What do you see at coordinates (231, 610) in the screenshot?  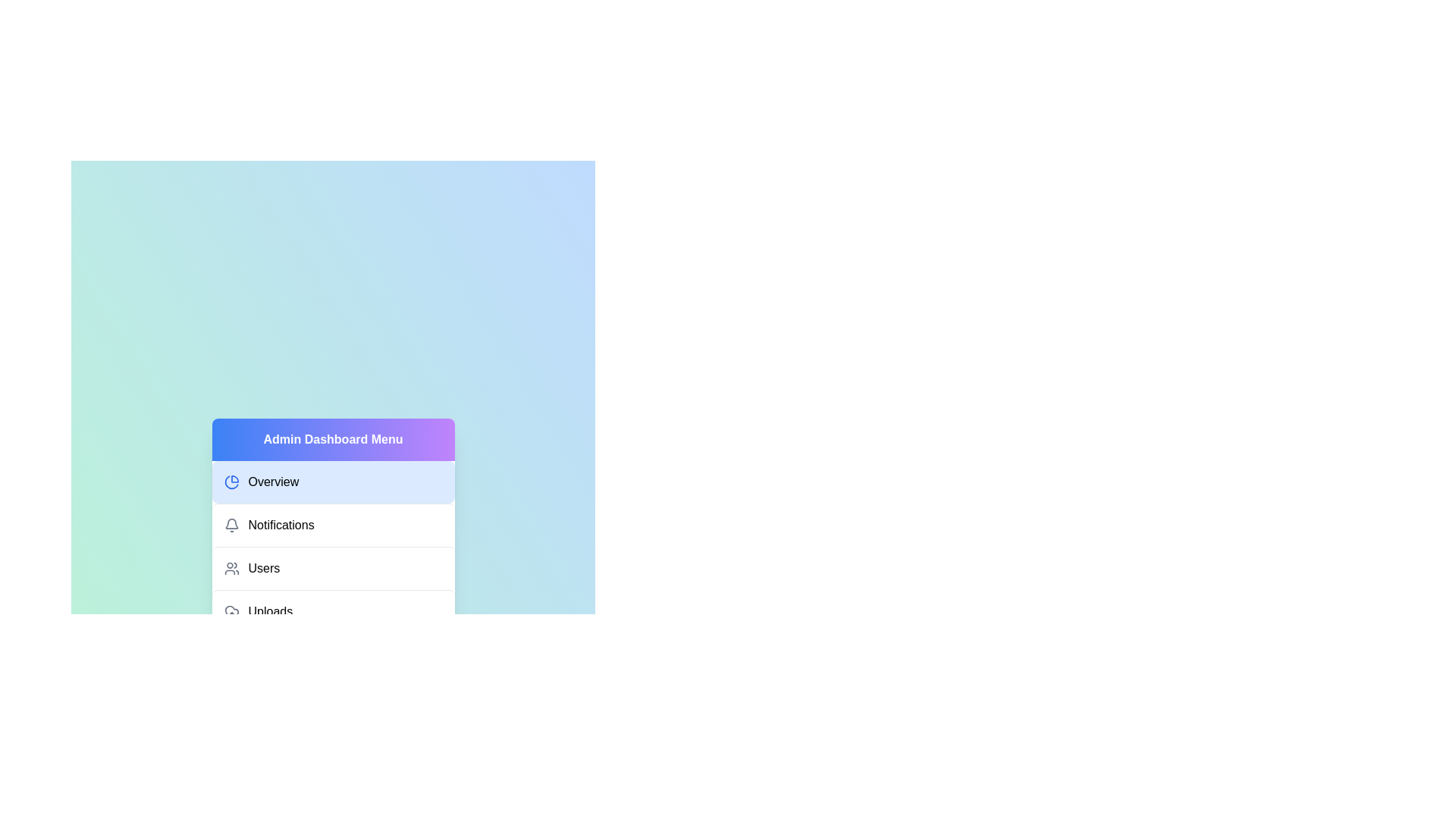 I see `the icon for Uploads to activate it` at bounding box center [231, 610].